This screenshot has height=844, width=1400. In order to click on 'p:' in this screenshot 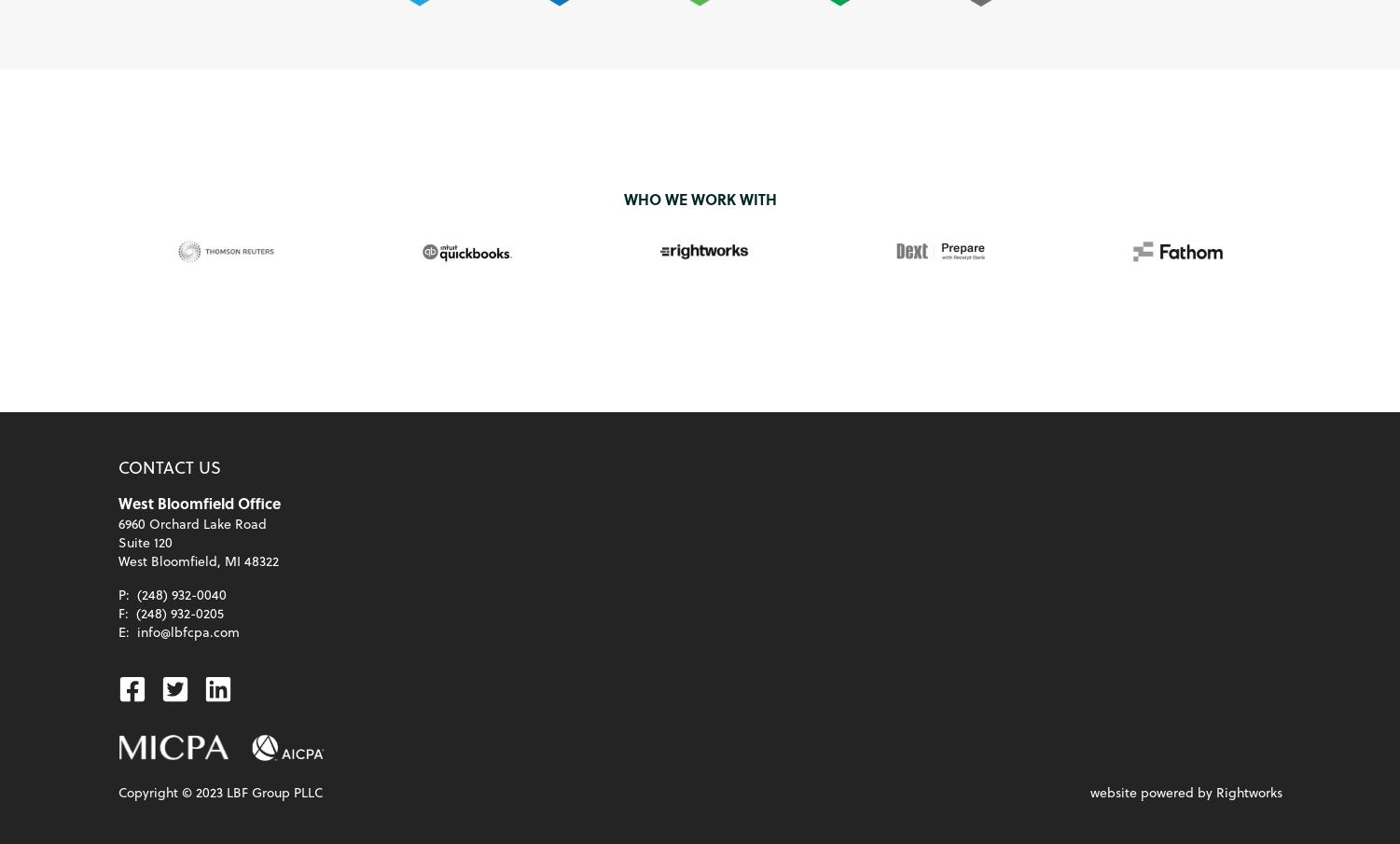, I will do `click(116, 593)`.